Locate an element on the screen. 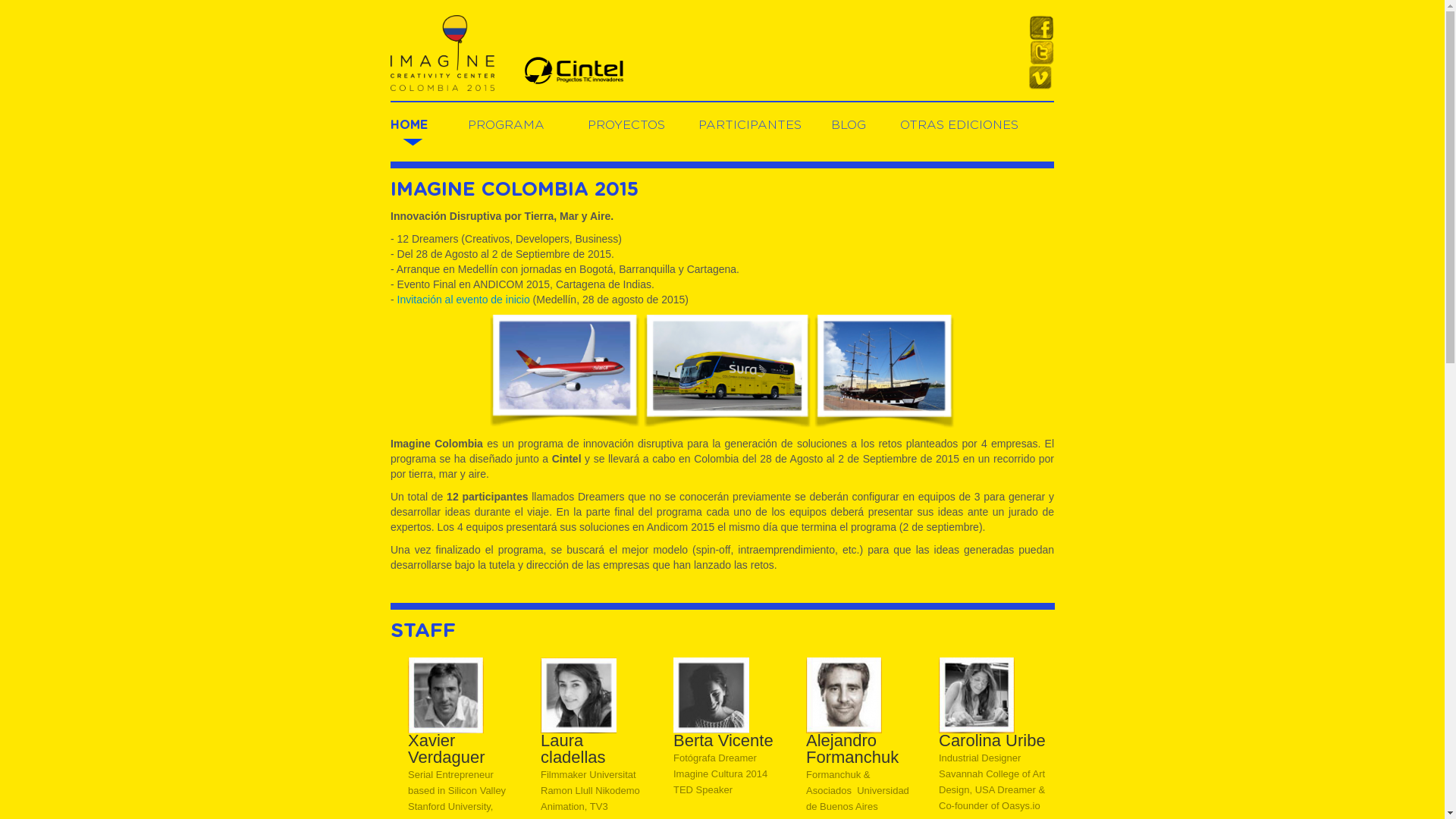 This screenshot has width=1456, height=819. 'PROGRAMA' is located at coordinates (505, 124).